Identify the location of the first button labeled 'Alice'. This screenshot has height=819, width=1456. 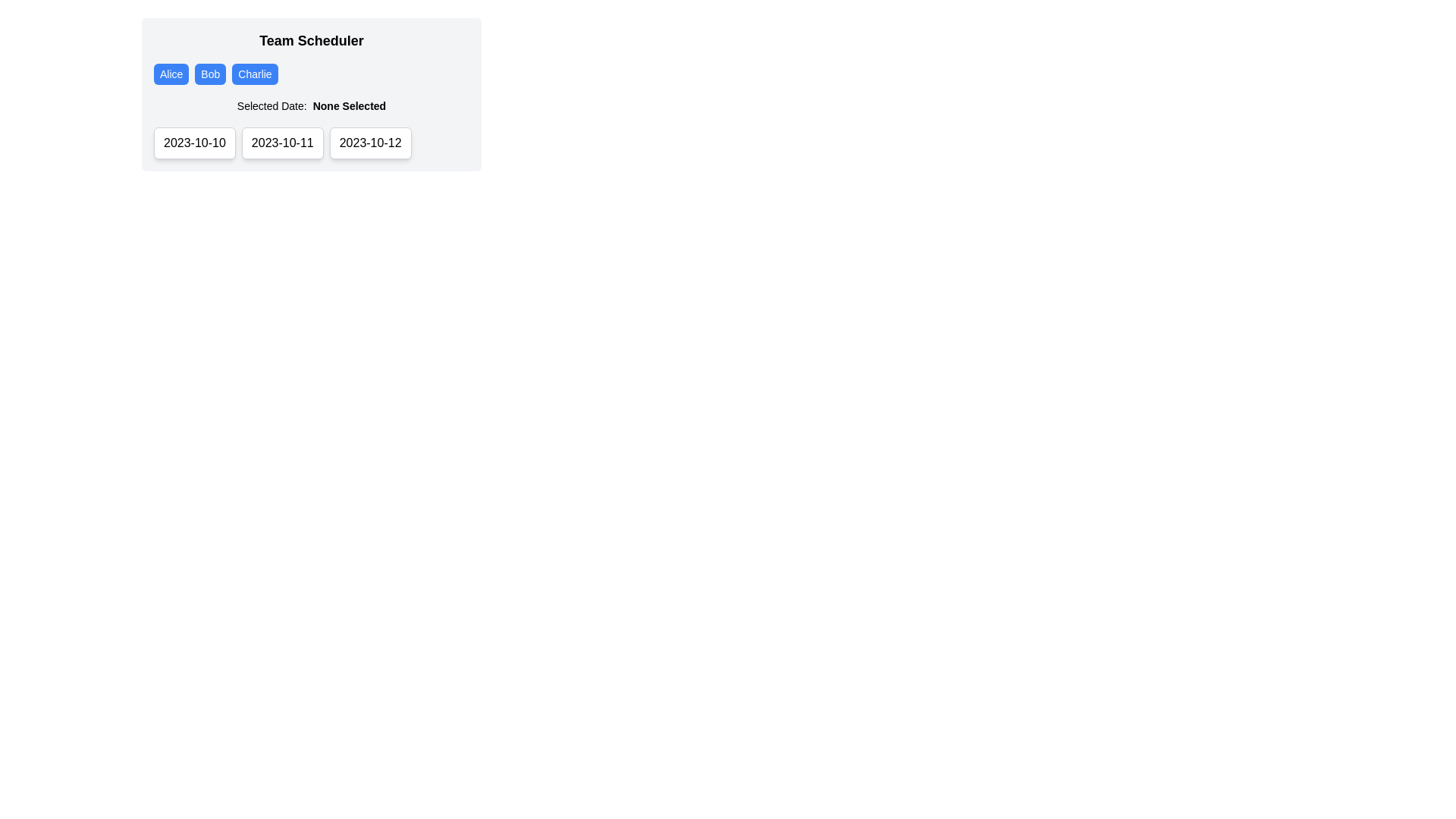
(171, 74).